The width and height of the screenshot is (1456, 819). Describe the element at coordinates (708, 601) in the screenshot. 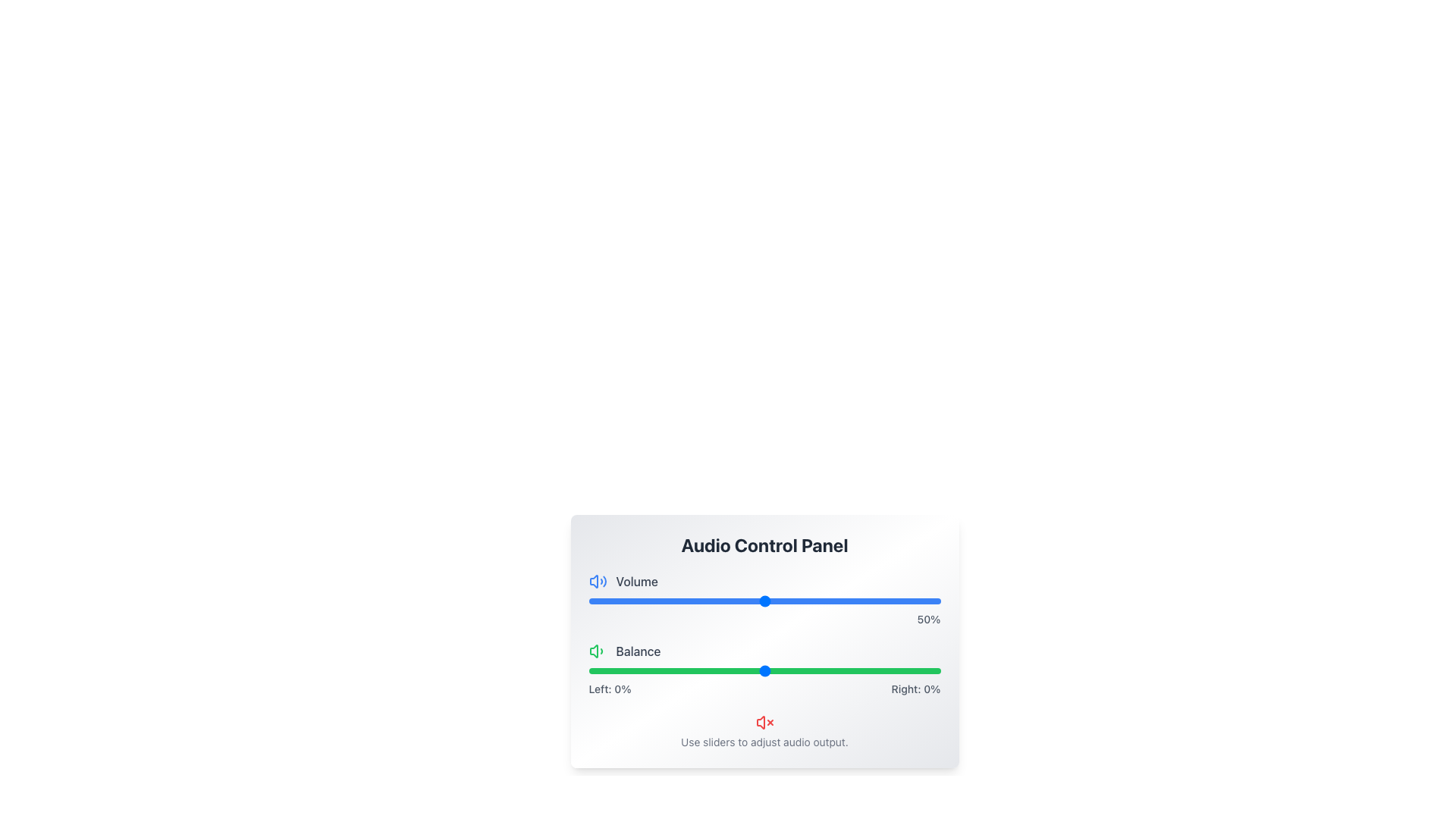

I see `the volume` at that location.